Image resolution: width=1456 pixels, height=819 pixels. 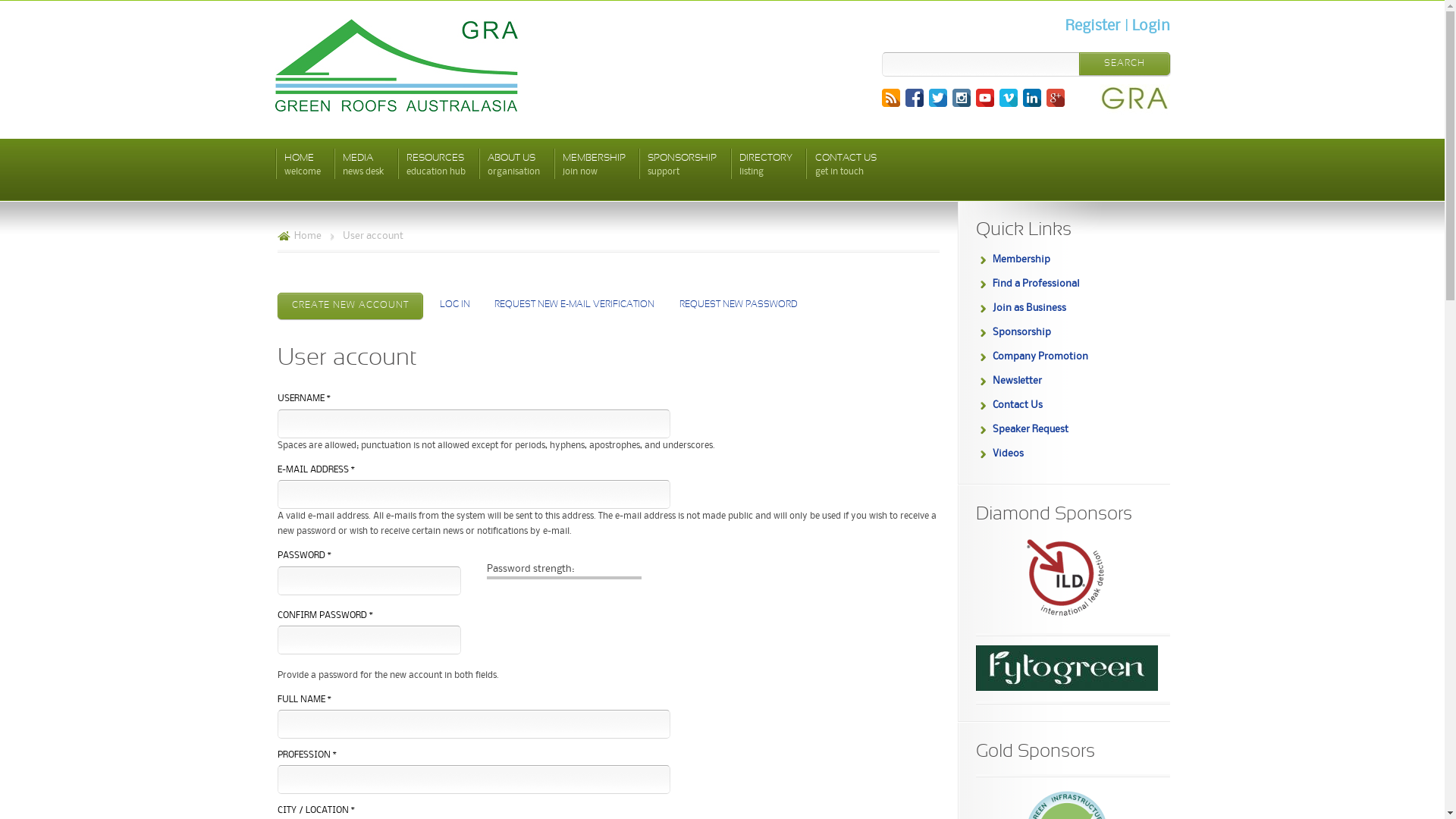 I want to click on 'MEDIA, so click(x=362, y=167).